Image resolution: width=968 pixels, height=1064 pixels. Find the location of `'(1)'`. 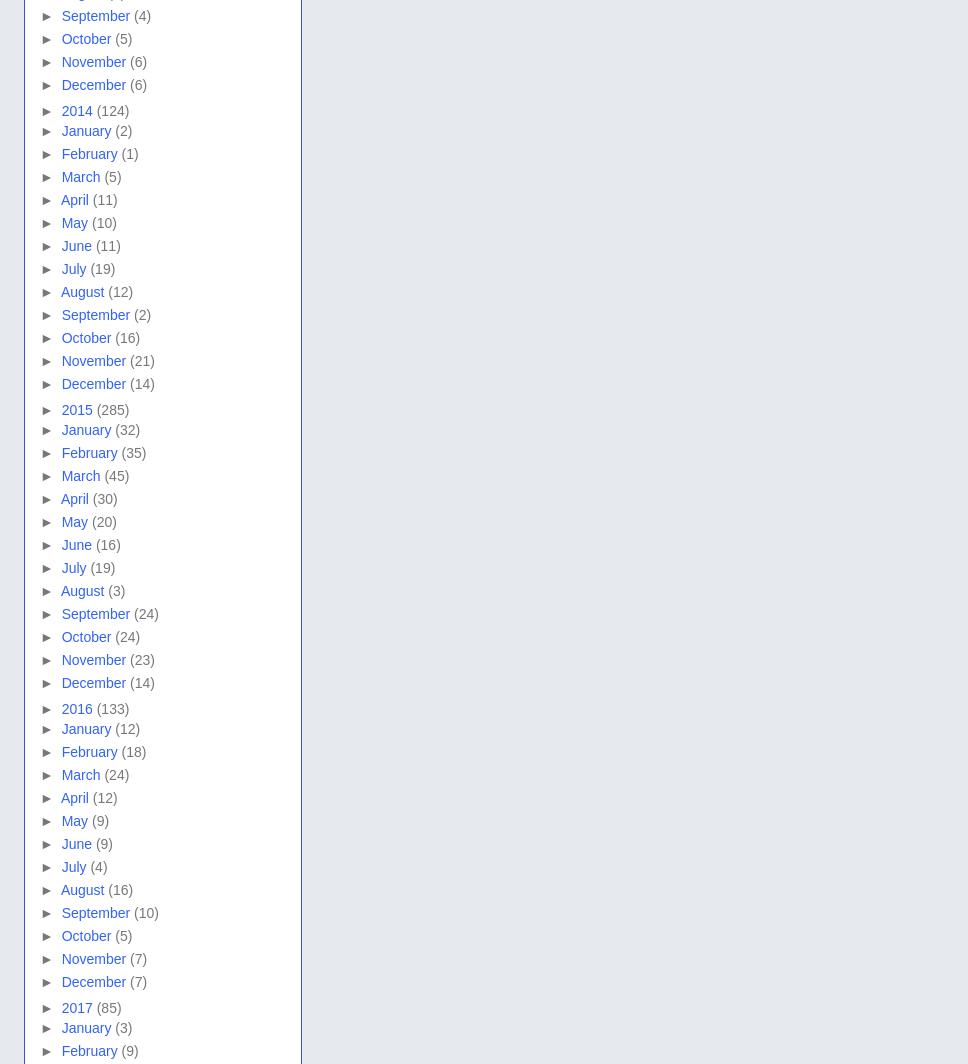

'(1)' is located at coordinates (128, 153).